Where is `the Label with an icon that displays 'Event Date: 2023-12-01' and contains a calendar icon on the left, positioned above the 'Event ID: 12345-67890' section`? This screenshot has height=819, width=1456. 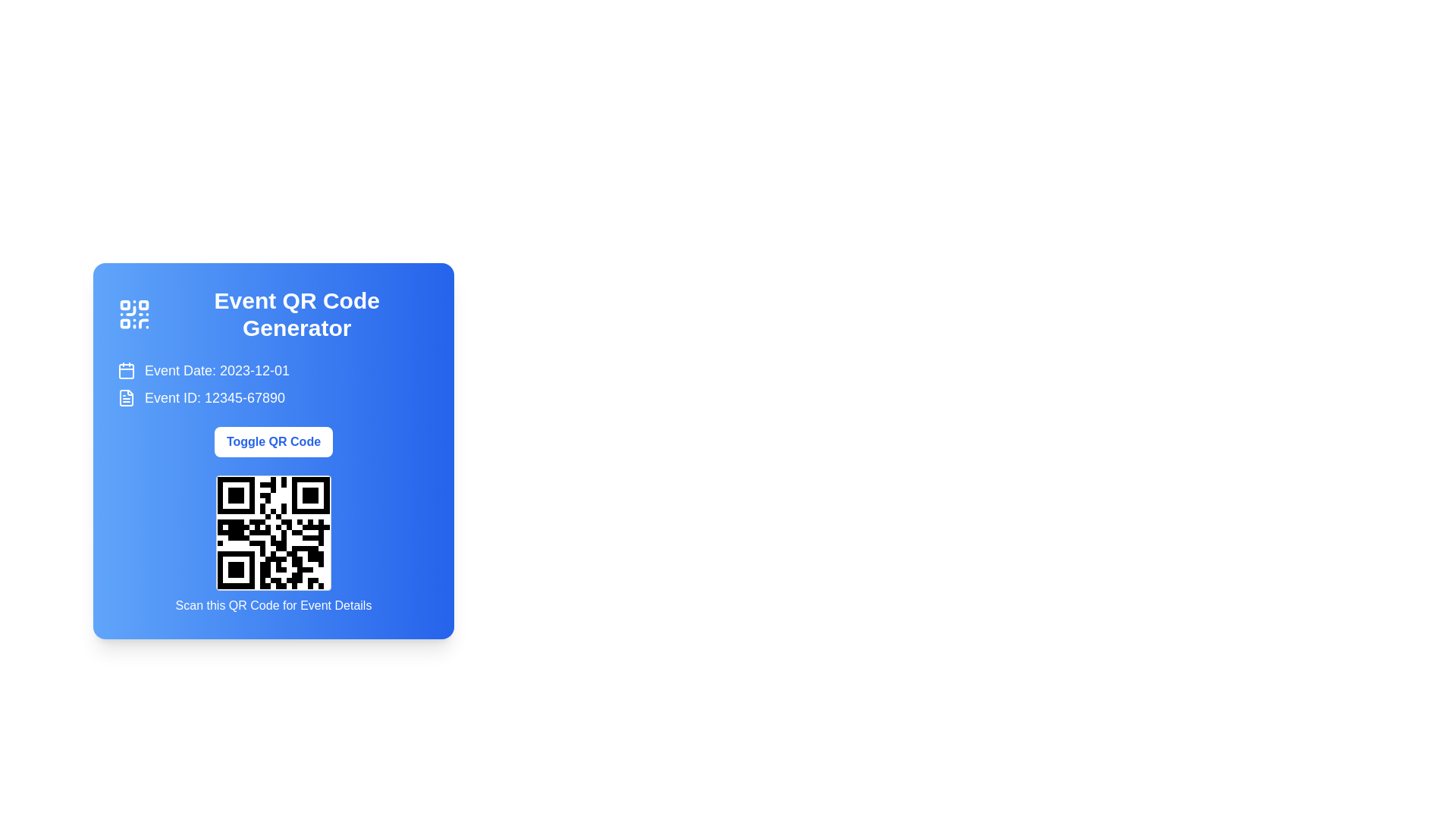
the Label with an icon that displays 'Event Date: 2023-12-01' and contains a calendar icon on the left, positioned above the 'Event ID: 12345-67890' section is located at coordinates (202, 371).